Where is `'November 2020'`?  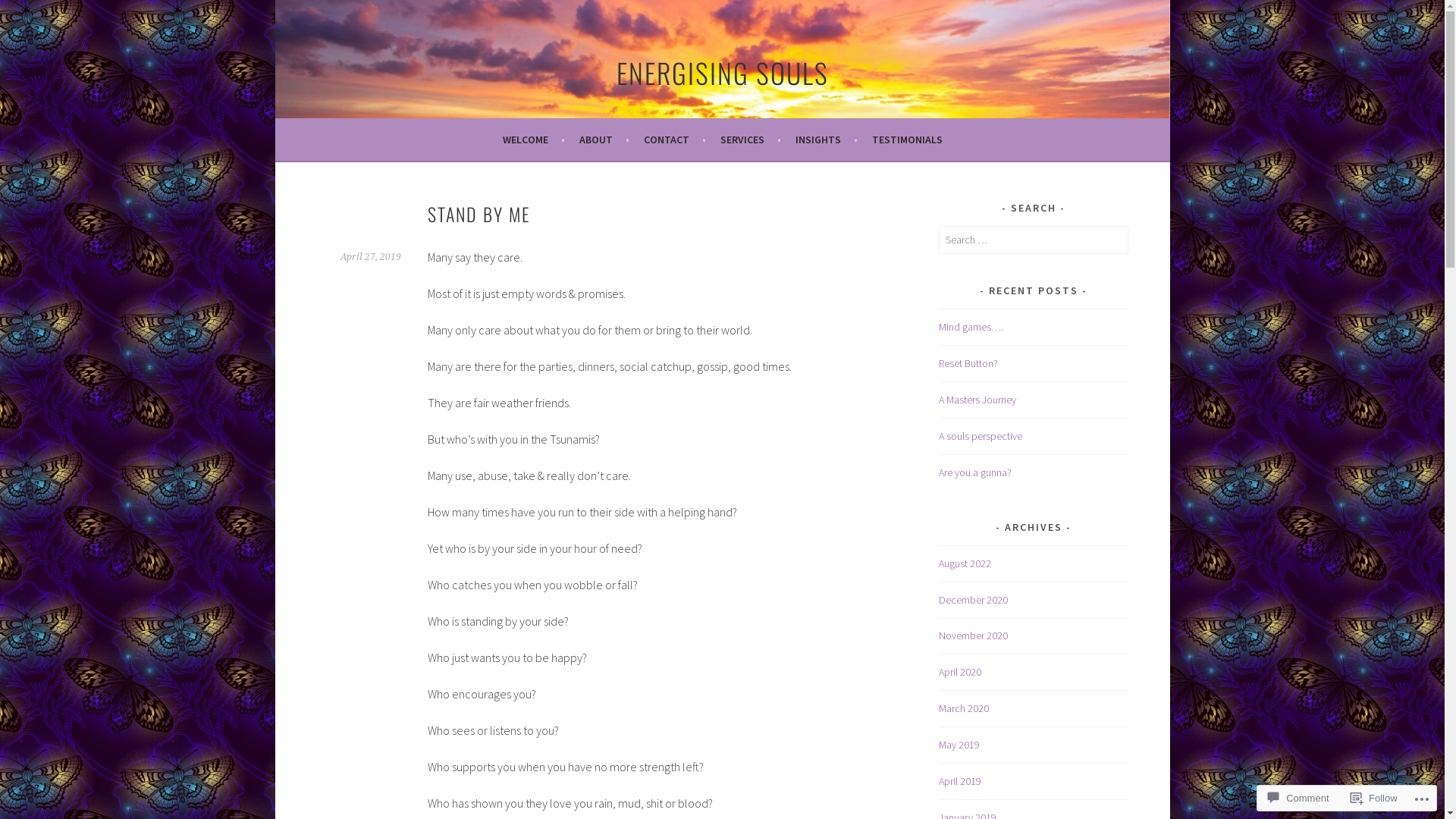 'November 2020' is located at coordinates (973, 635).